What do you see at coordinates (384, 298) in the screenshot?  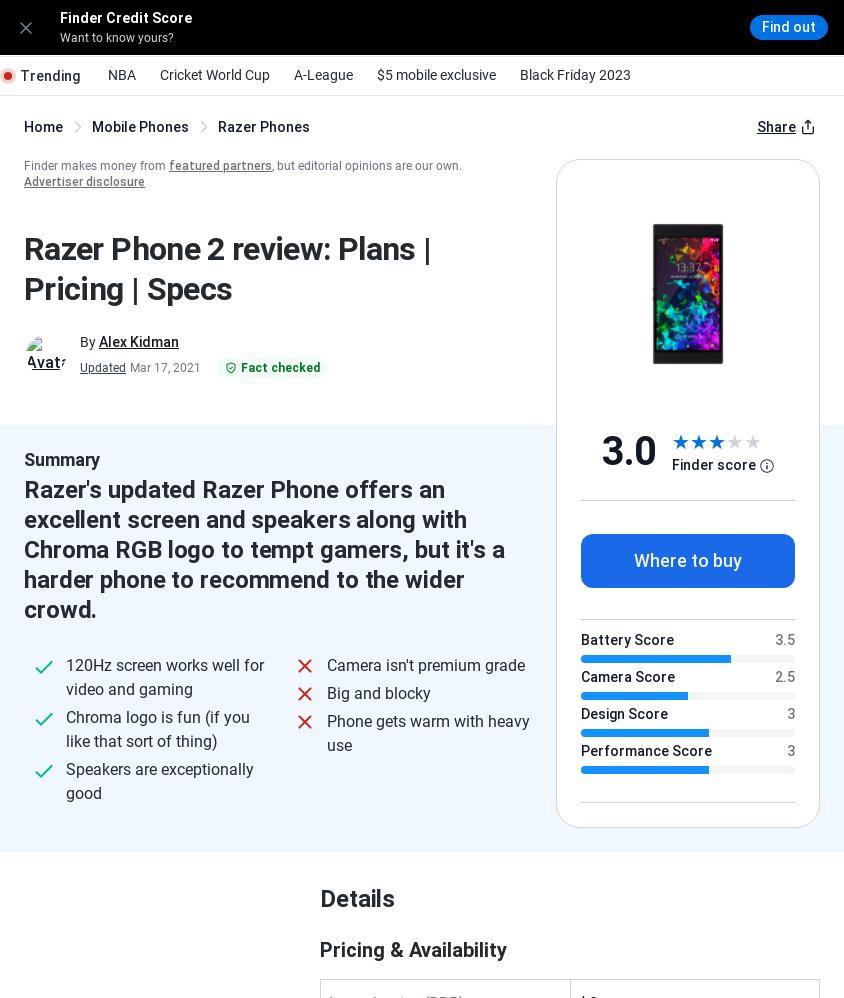 I see `'Read more…'` at bounding box center [384, 298].